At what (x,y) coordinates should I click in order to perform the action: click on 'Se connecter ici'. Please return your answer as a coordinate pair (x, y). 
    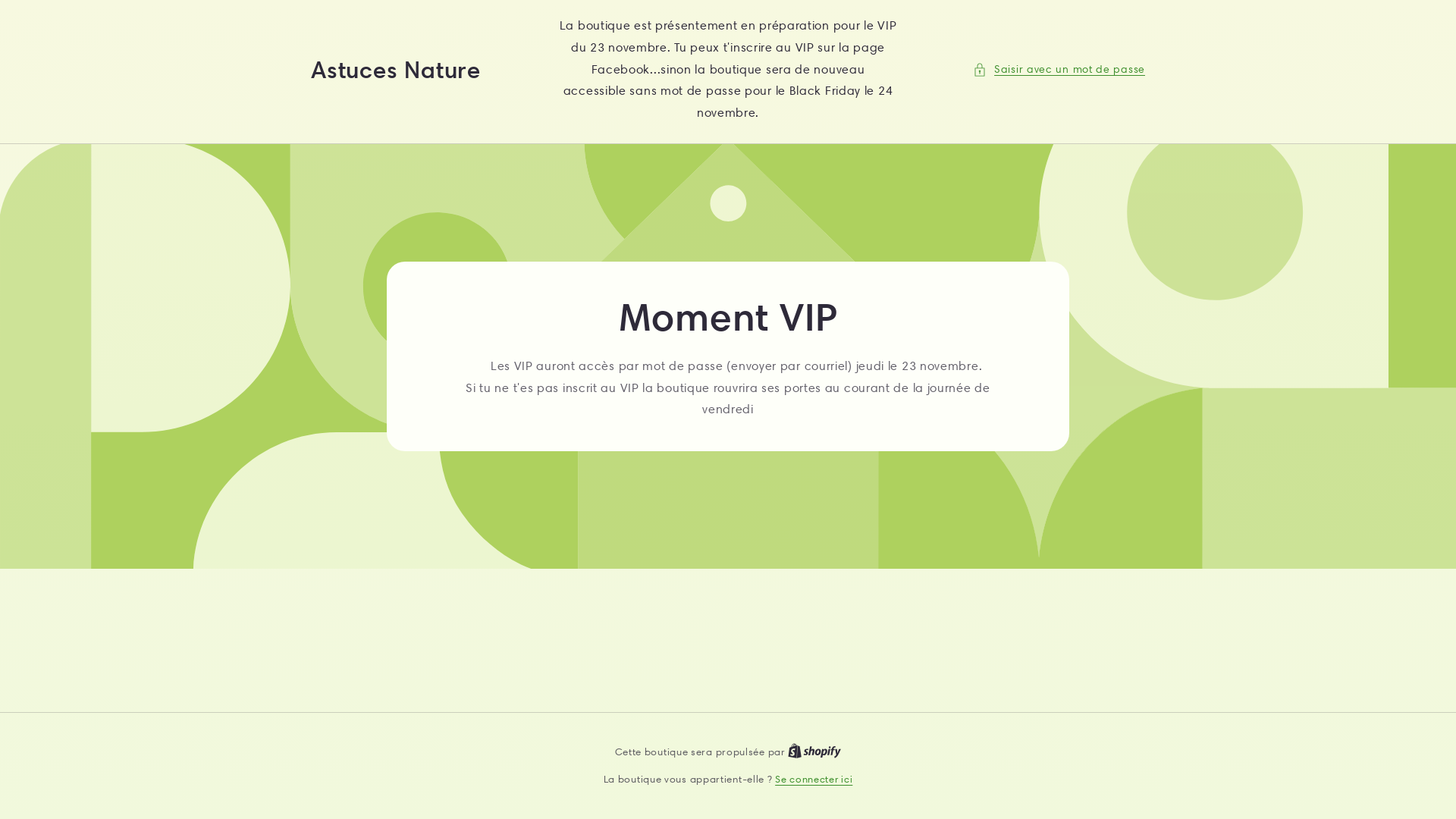
    Looking at the image, I should click on (813, 780).